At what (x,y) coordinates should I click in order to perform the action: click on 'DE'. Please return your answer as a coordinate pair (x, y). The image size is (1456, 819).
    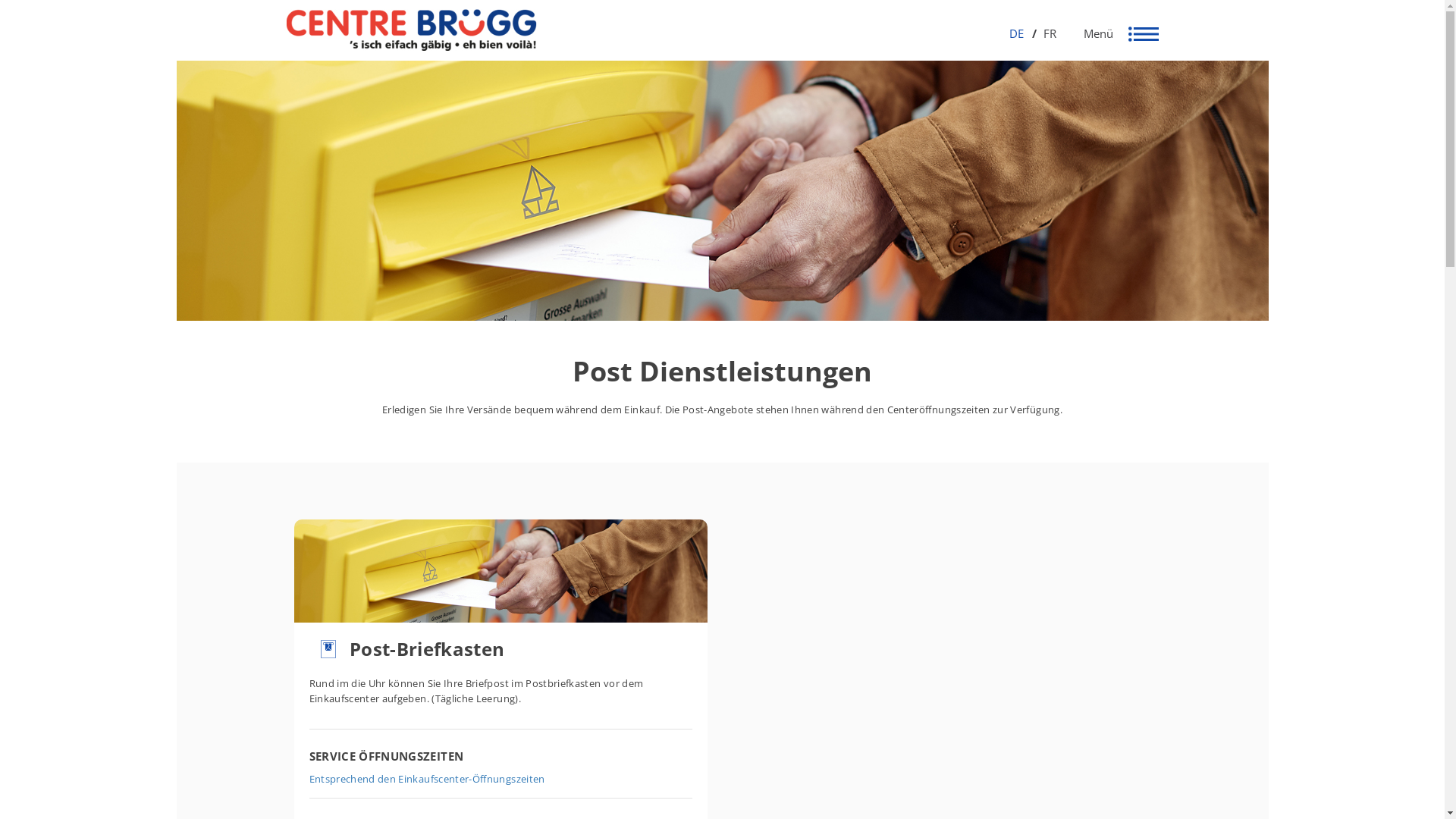
    Looking at the image, I should click on (1016, 33).